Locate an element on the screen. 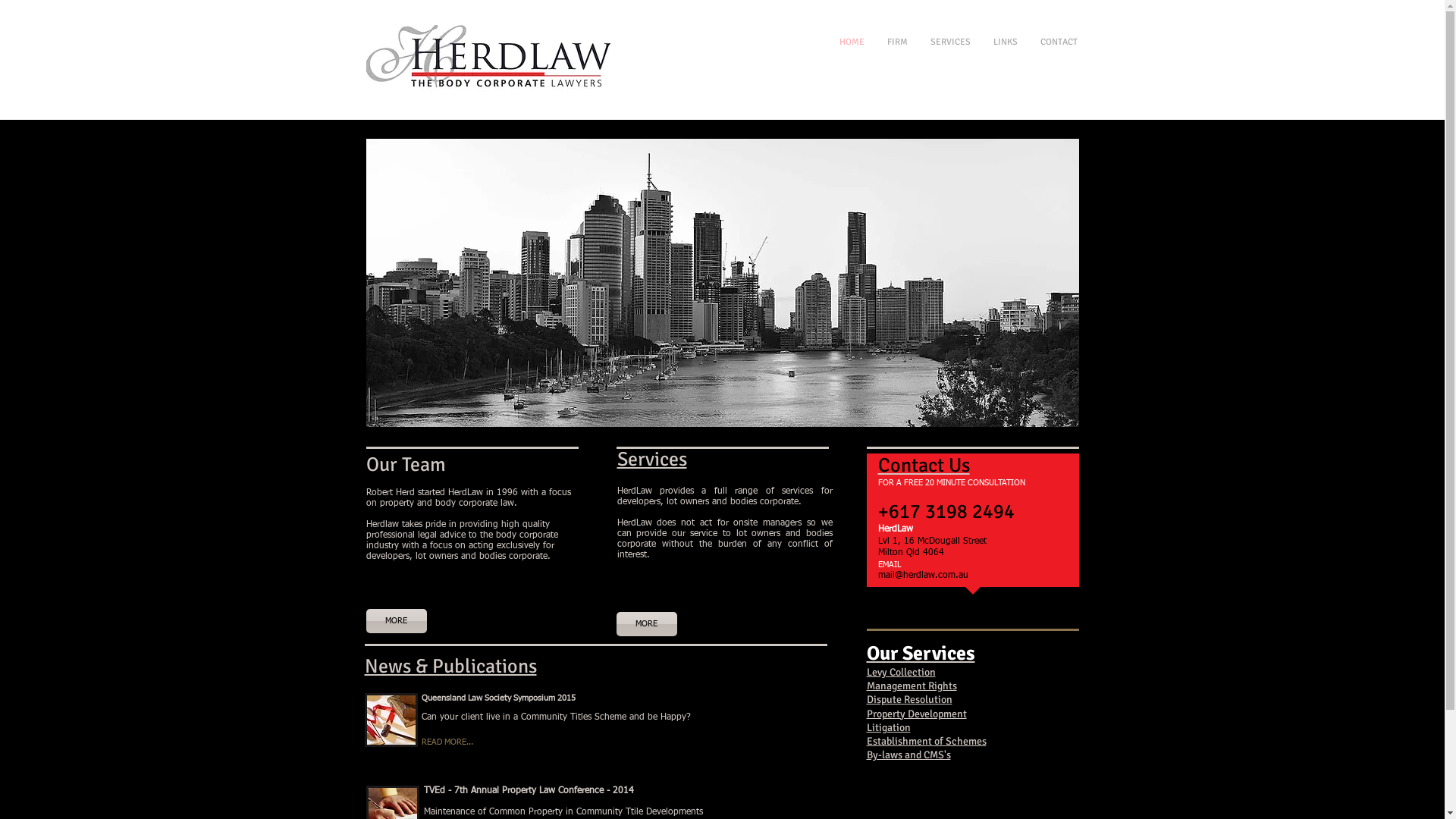 The image size is (1456, 819). 'Levy Collection' is located at coordinates (900, 671).